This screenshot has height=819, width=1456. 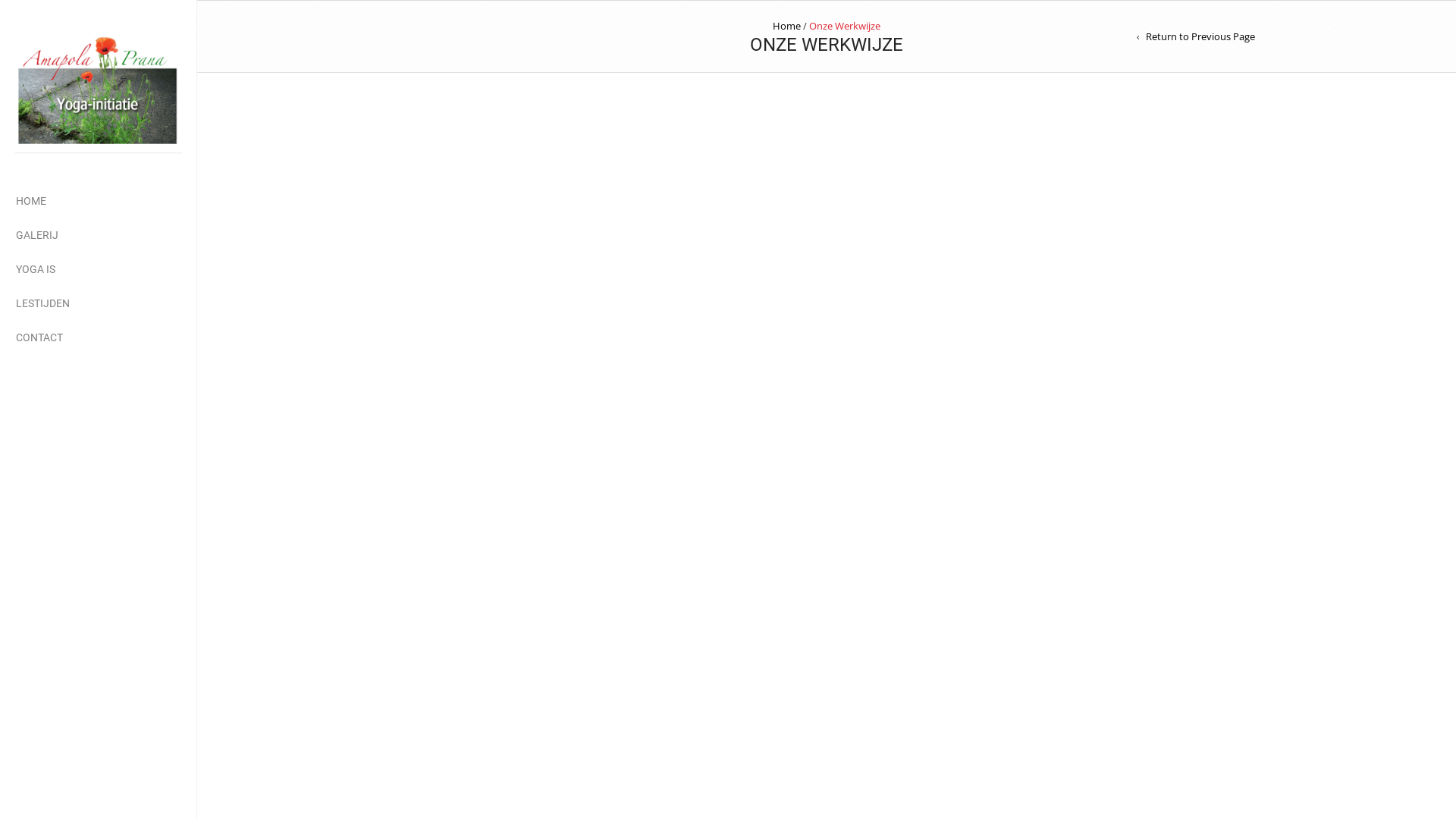 I want to click on 'HOME', so click(x=31, y=200).